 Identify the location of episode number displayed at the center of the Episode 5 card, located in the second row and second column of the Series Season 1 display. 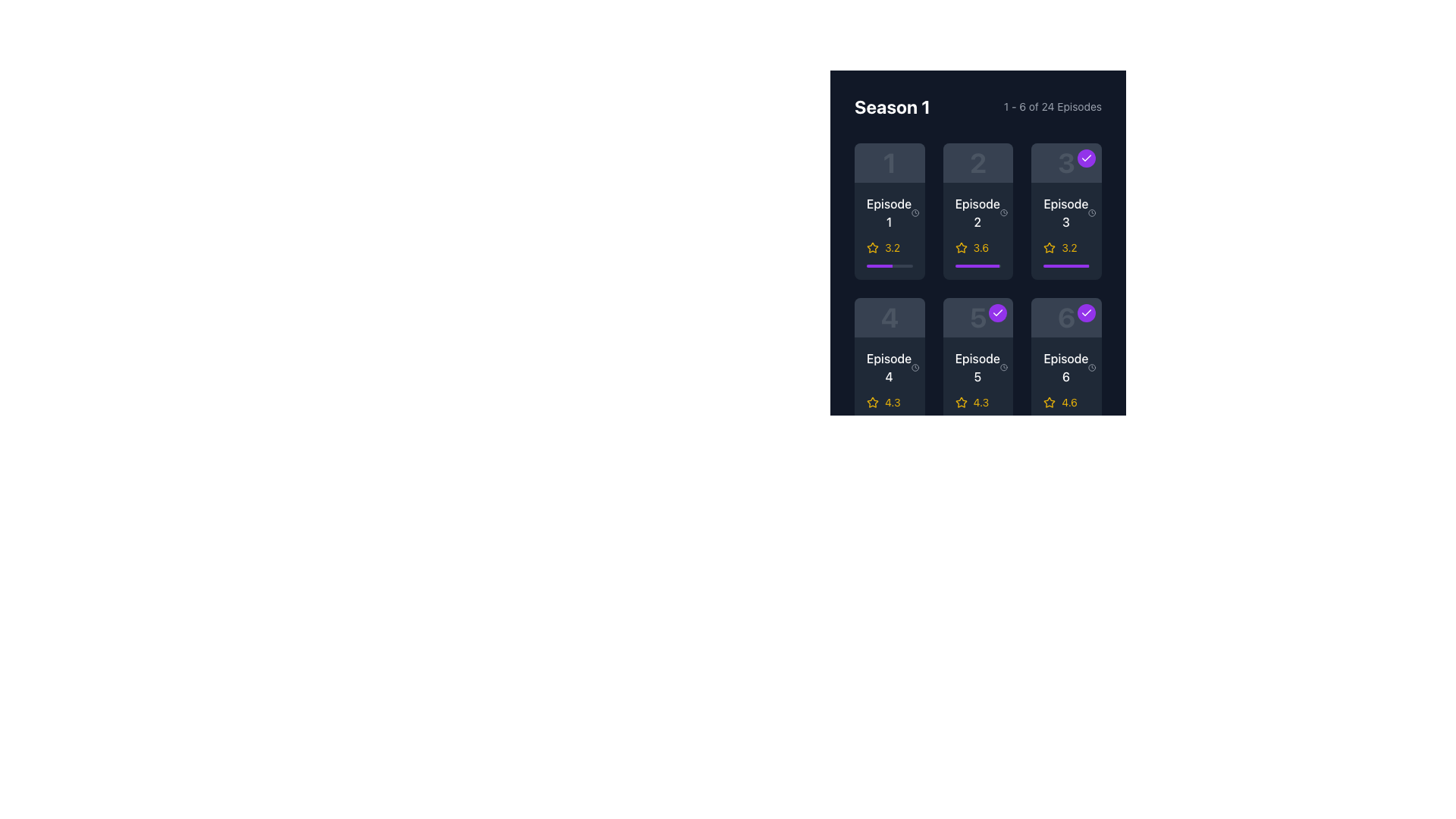
(978, 317).